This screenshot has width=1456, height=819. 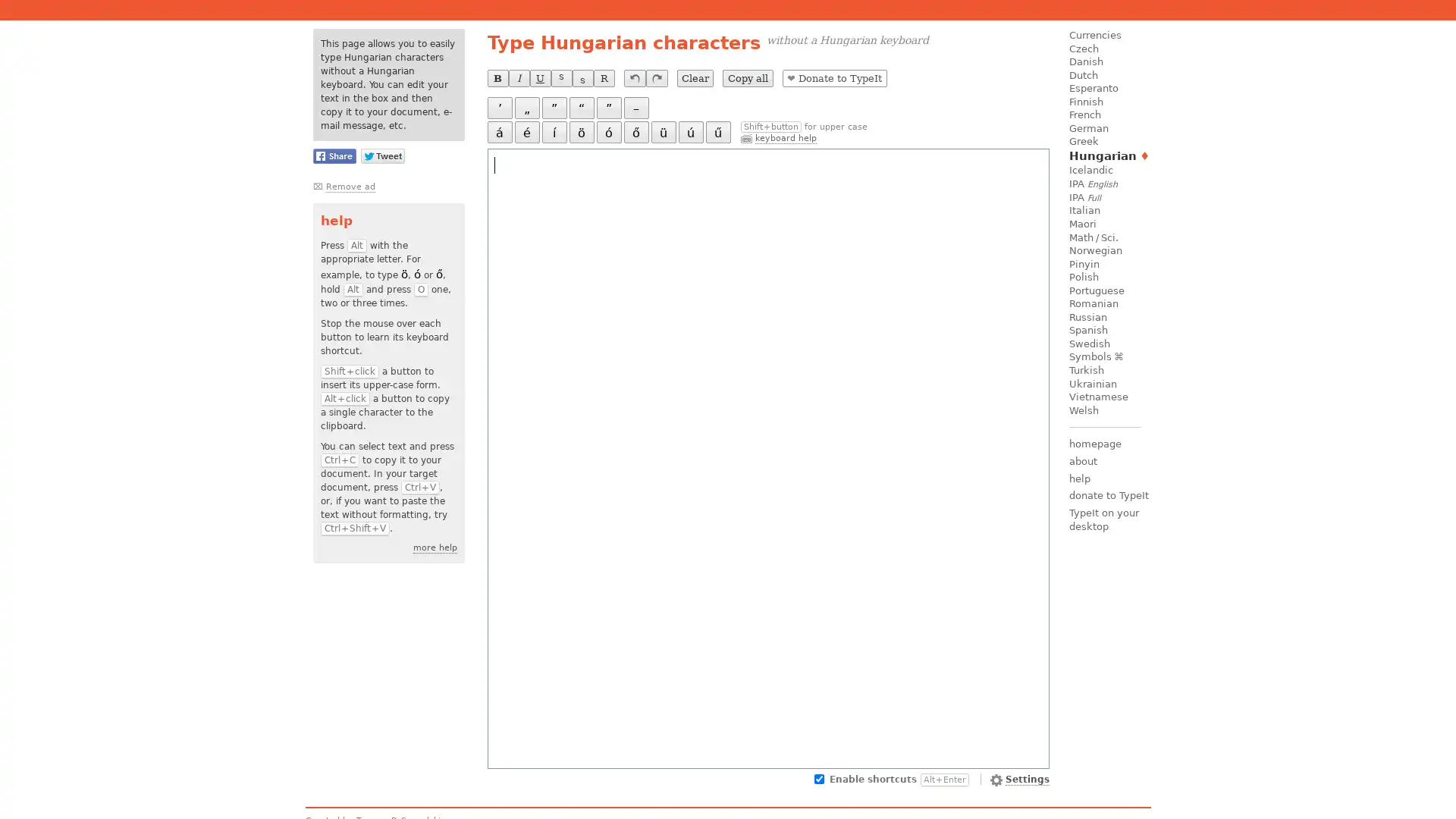 I want to click on Share this page on Facebook, so click(x=333, y=155).